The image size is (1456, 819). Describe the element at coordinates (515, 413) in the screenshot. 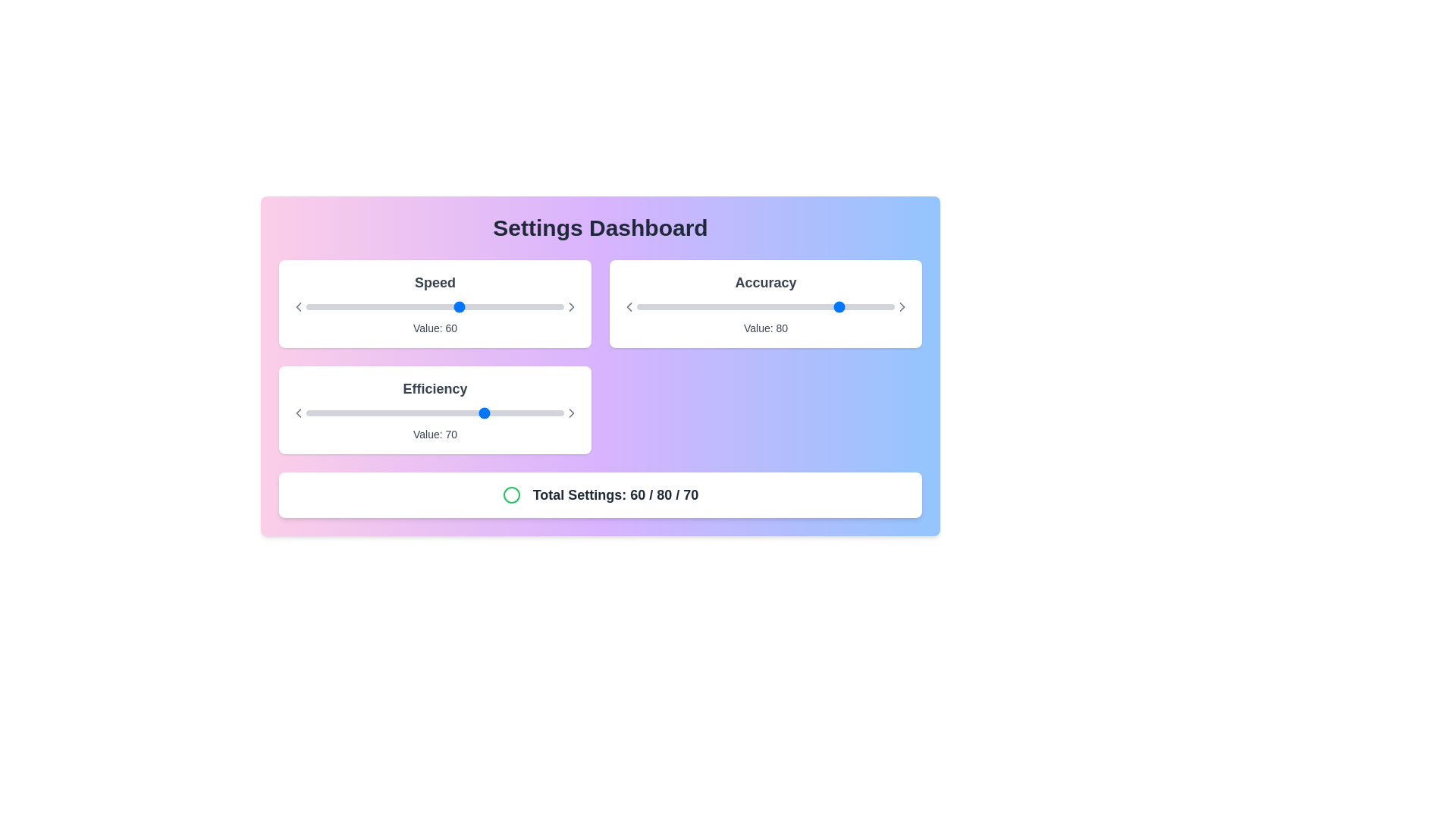

I see `efficiency` at that location.